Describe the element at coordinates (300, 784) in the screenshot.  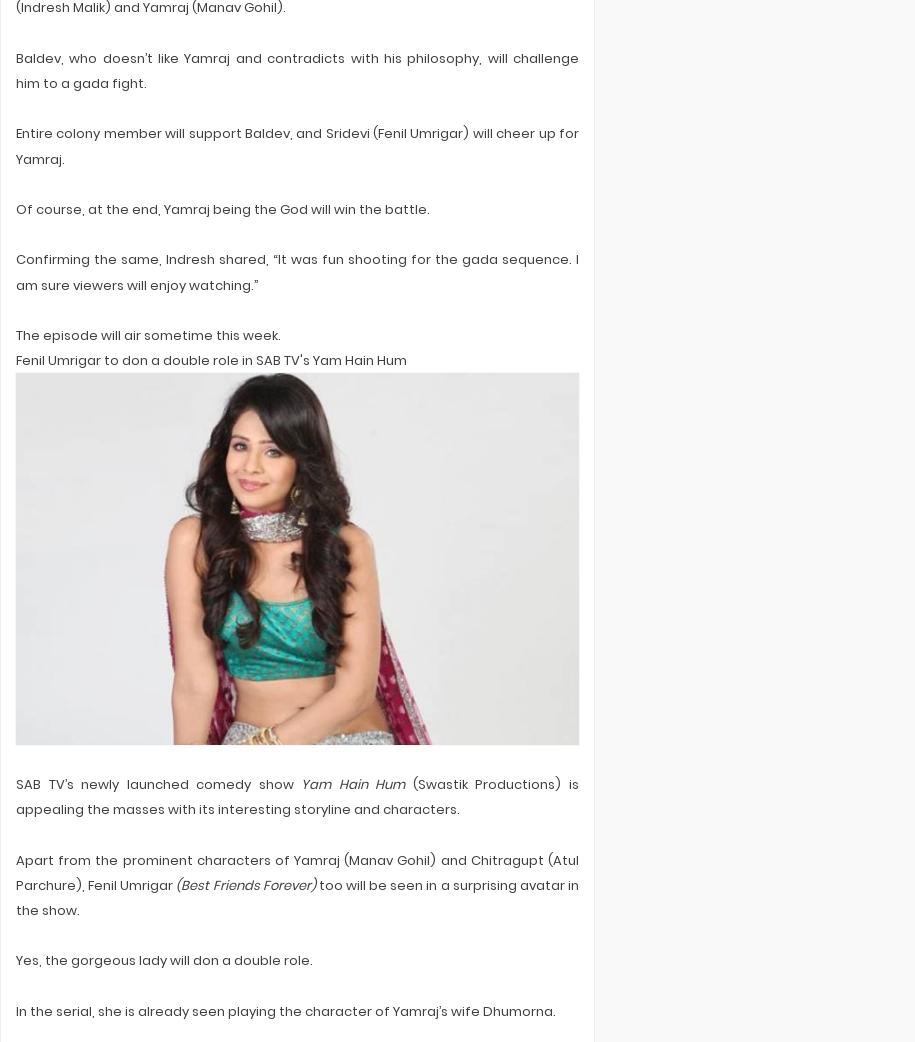
I see `'Yam Hain Hum'` at that location.